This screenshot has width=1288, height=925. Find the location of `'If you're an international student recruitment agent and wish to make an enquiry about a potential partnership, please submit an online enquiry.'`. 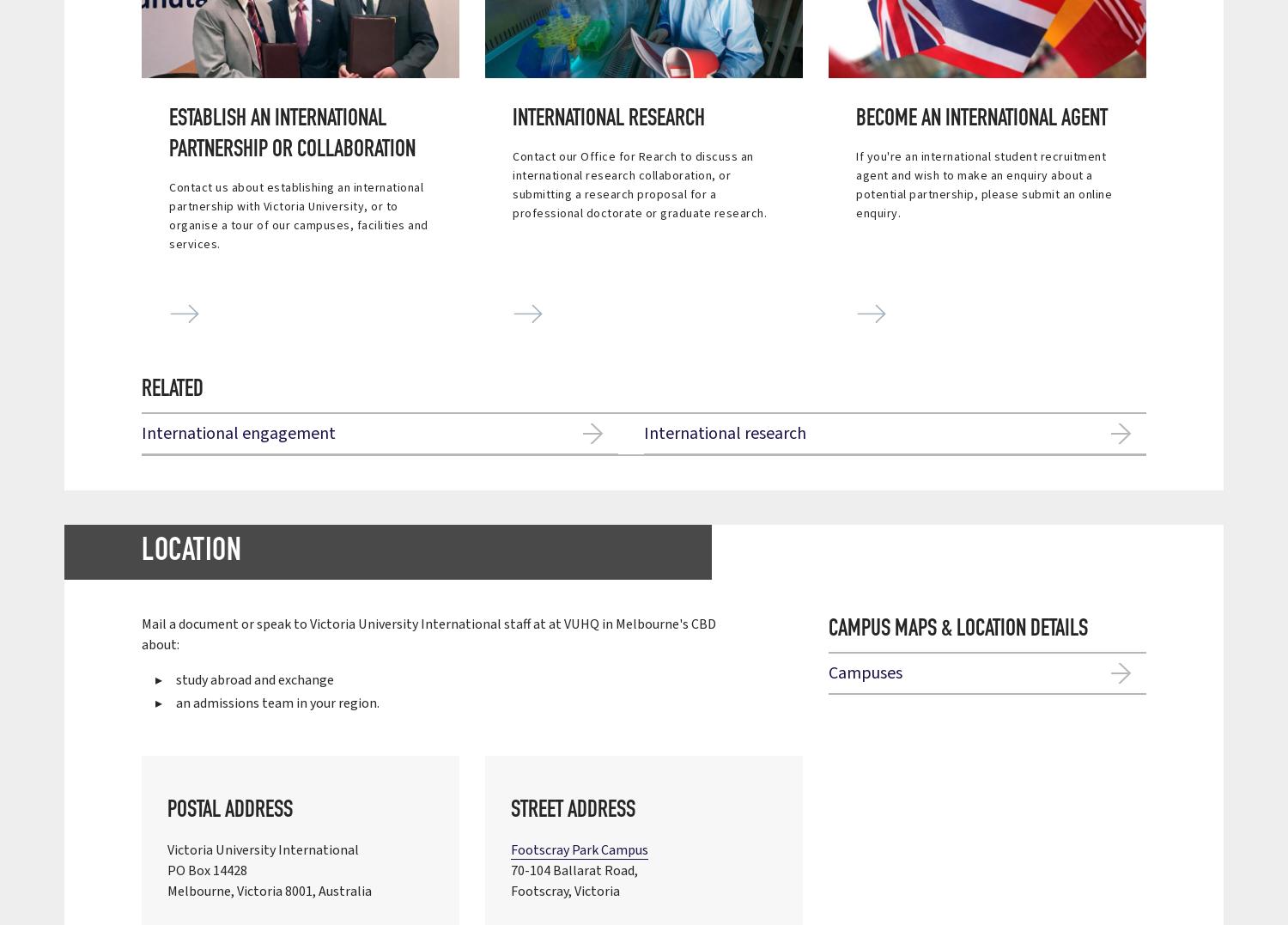

'If you're an international student recruitment agent and wish to make an enquiry about a potential partnership, please submit an online enquiry.' is located at coordinates (855, 186).